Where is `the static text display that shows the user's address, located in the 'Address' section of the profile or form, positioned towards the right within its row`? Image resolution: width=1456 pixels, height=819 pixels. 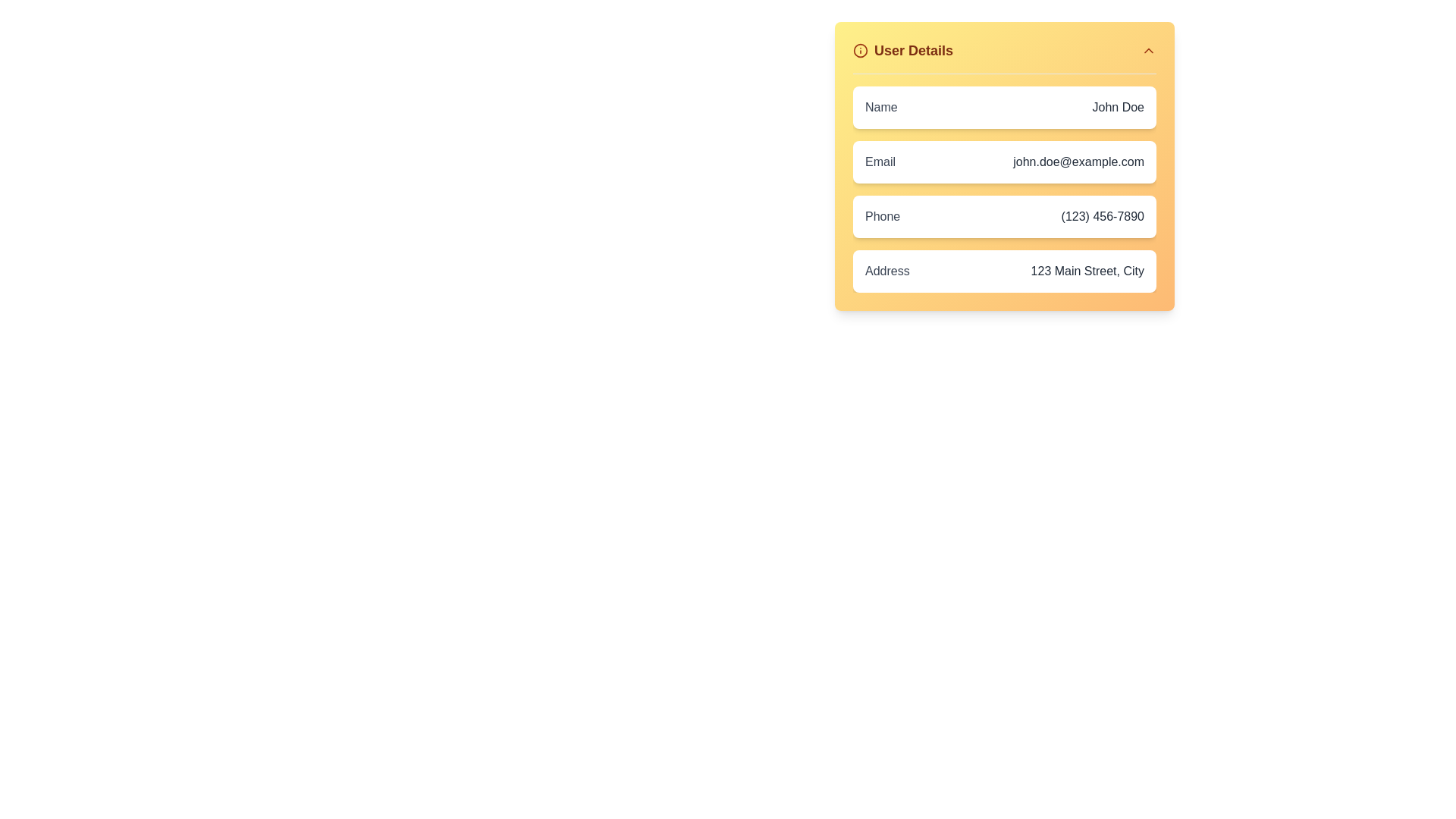
the static text display that shows the user's address, located in the 'Address' section of the profile or form, positioned towards the right within its row is located at coordinates (1087, 271).